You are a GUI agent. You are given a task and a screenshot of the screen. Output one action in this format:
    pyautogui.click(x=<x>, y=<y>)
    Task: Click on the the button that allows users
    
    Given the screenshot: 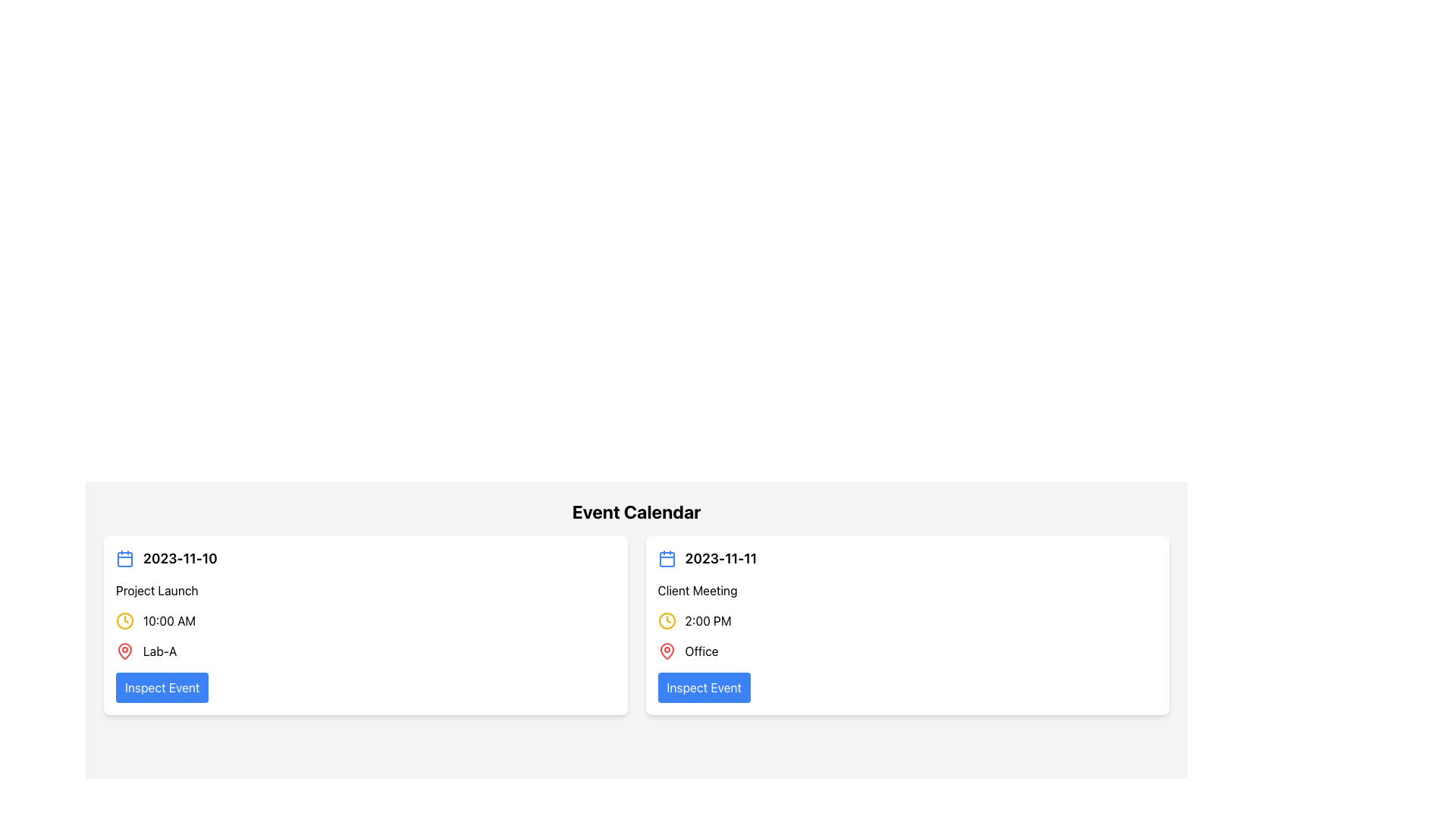 What is the action you would take?
    pyautogui.click(x=703, y=687)
    